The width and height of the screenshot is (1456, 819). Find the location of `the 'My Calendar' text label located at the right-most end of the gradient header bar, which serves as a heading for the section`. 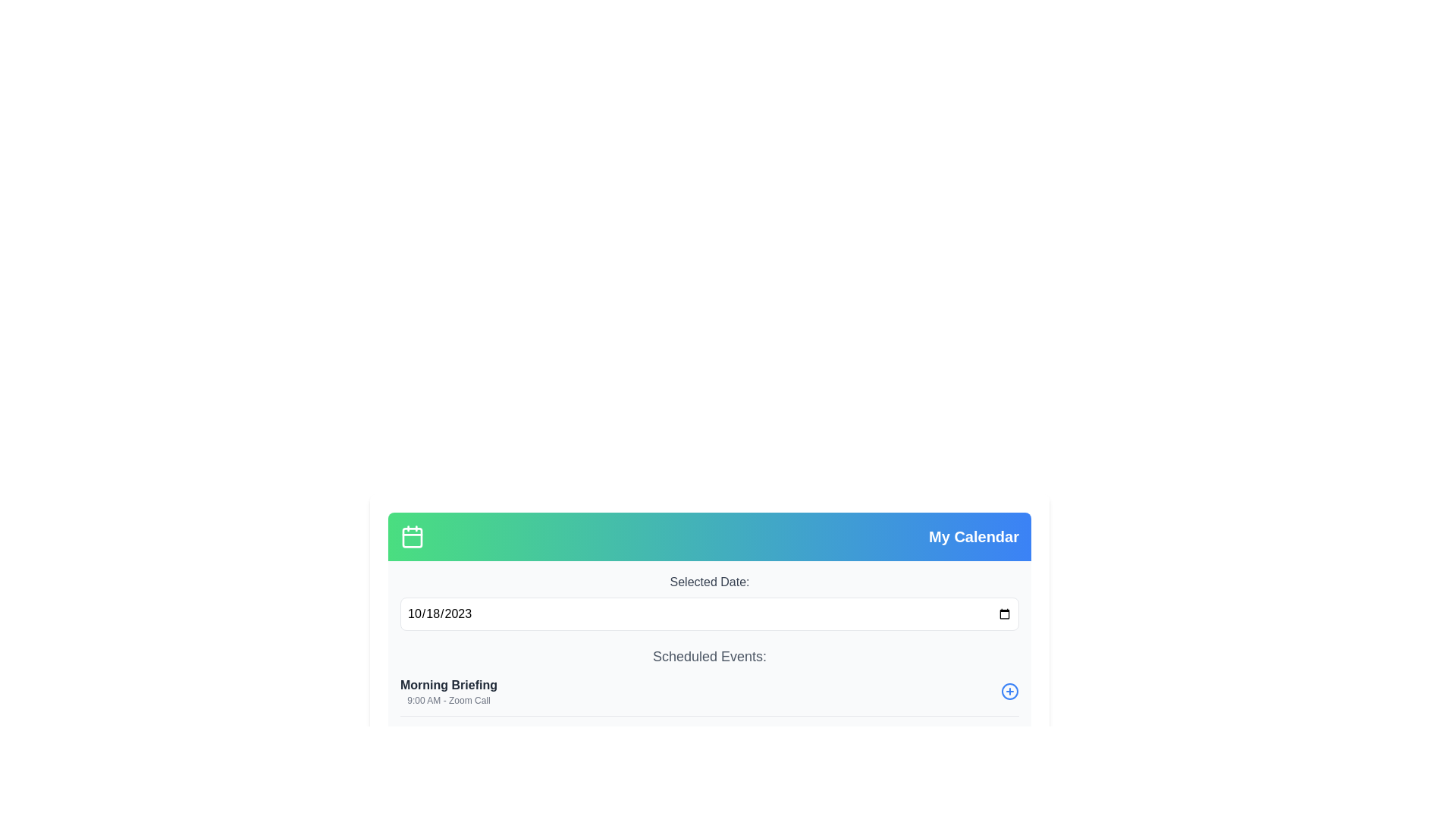

the 'My Calendar' text label located at the right-most end of the gradient header bar, which serves as a heading for the section is located at coordinates (974, 536).